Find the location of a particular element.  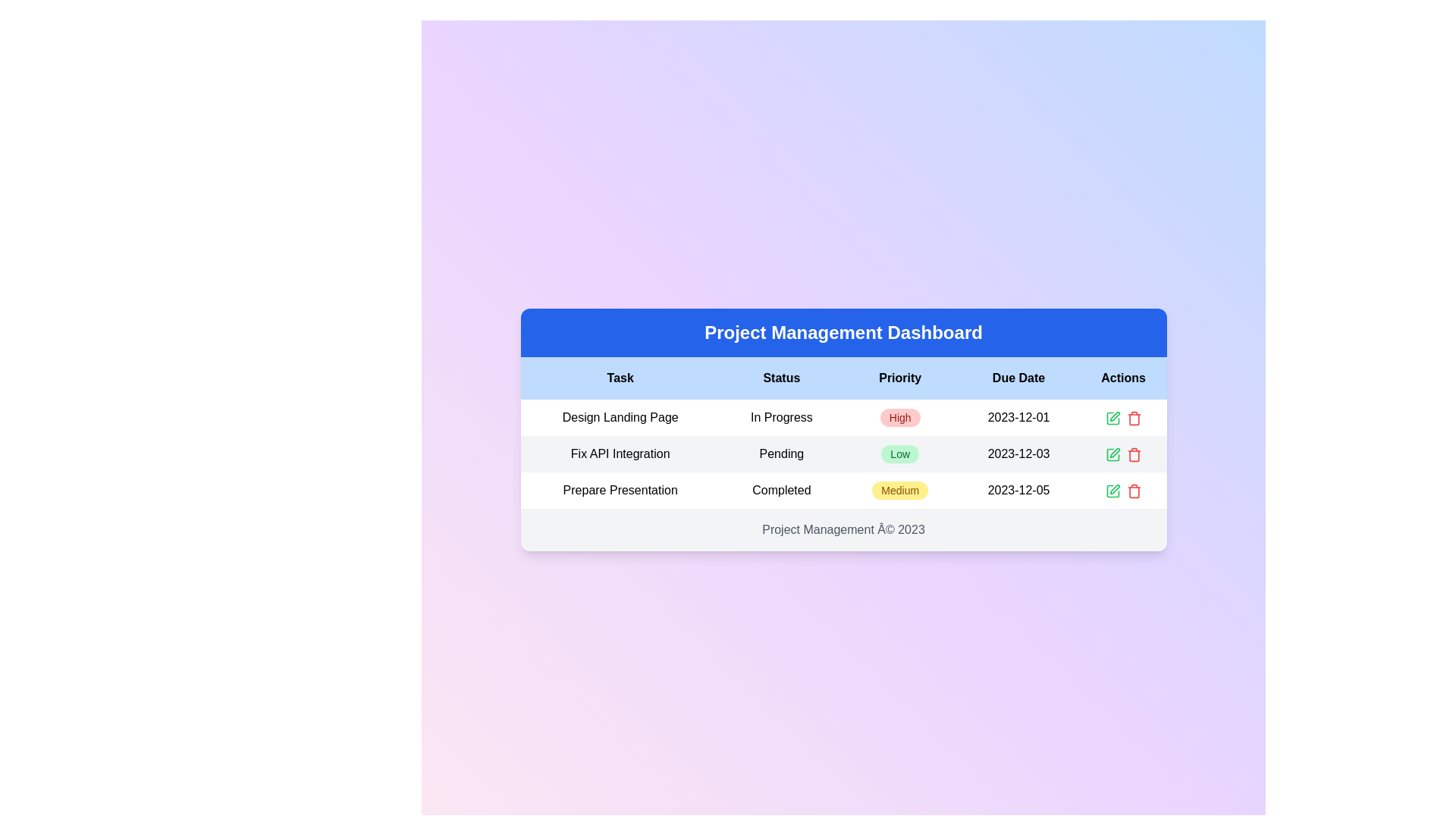

the trash can icon button in the third row of the 'Actions' column is located at coordinates (1134, 491).